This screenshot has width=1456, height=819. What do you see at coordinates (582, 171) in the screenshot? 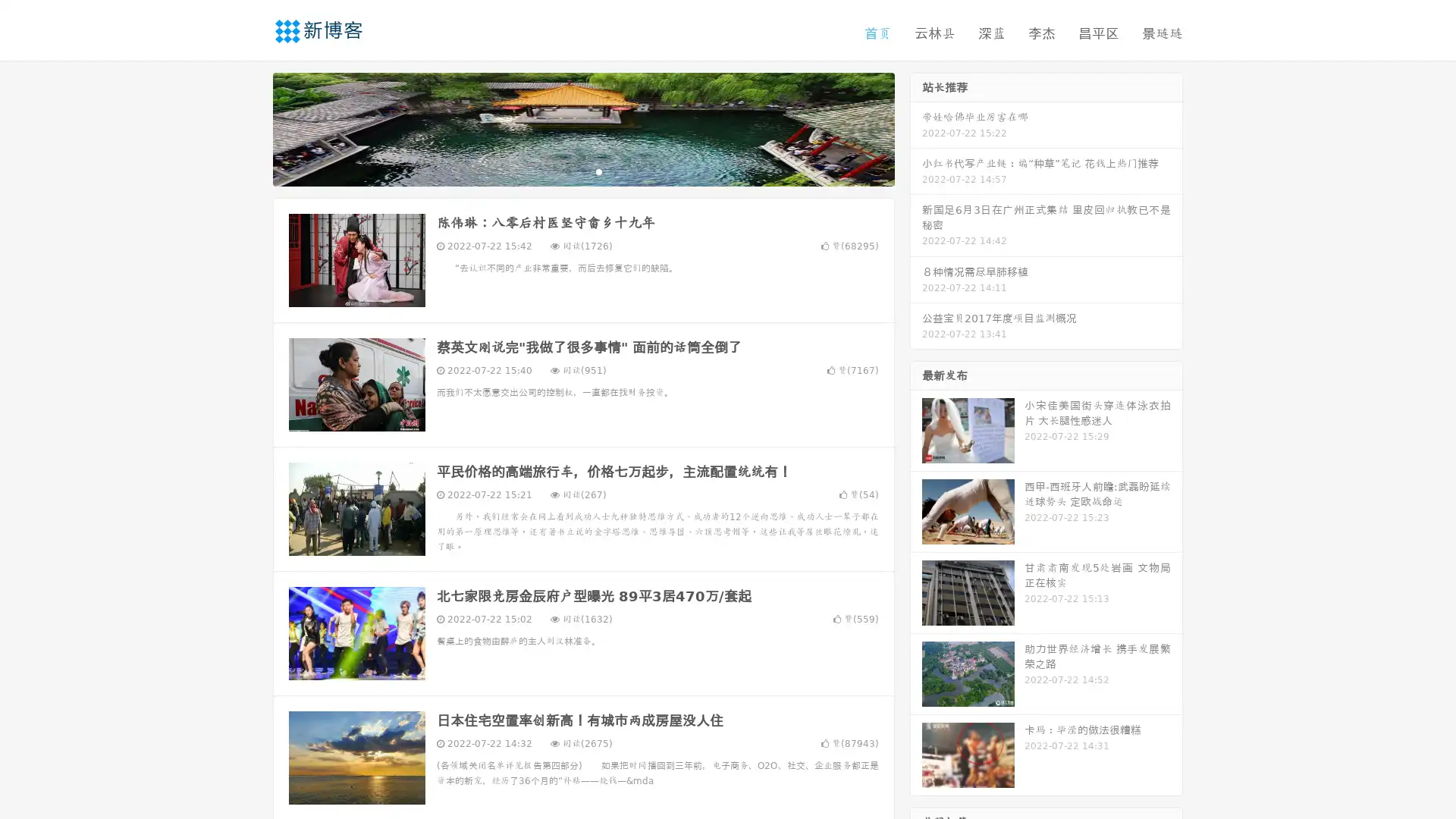
I see `Go to slide 2` at bounding box center [582, 171].